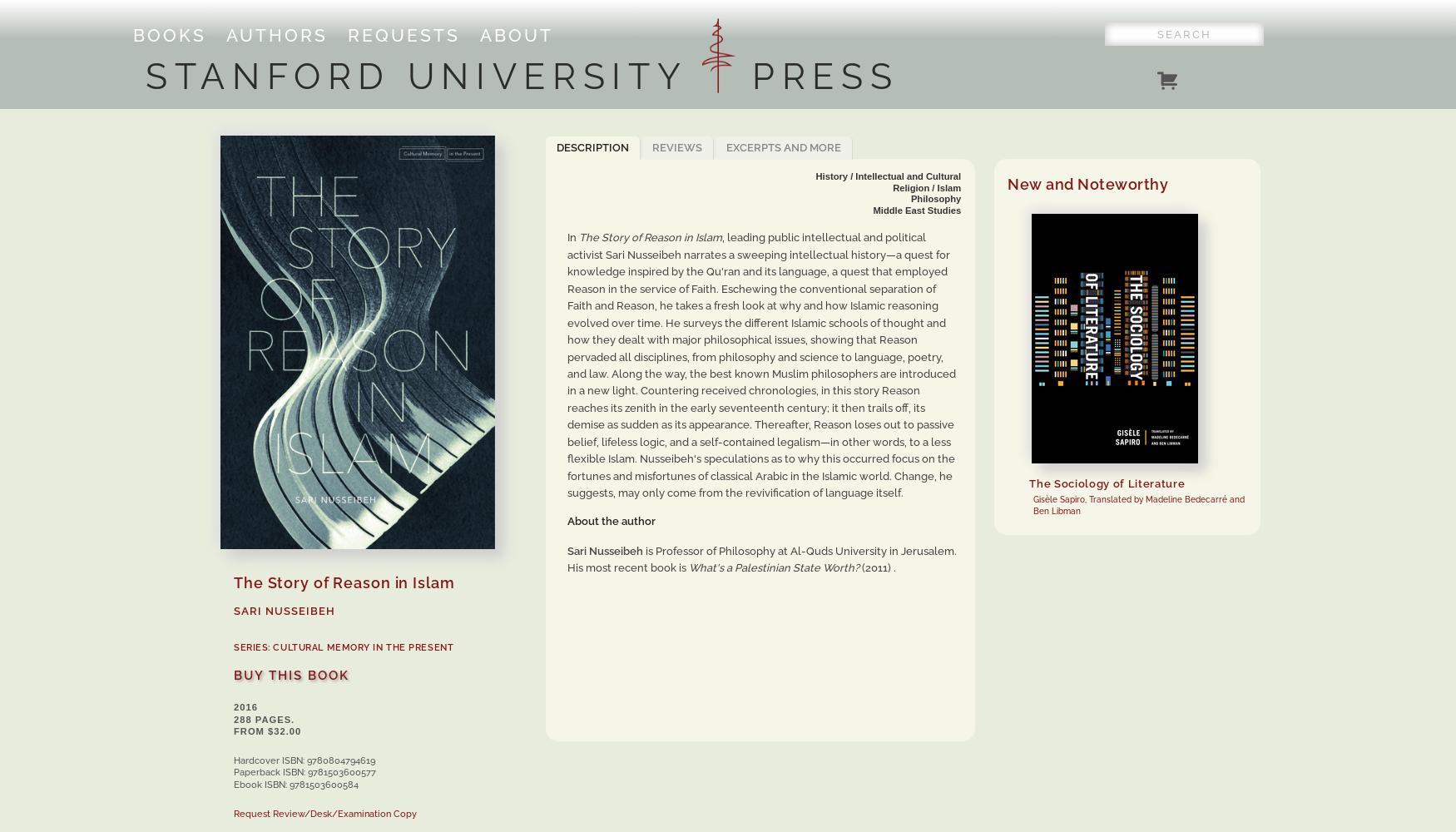  What do you see at coordinates (916, 210) in the screenshot?
I see `'Middle East Studies'` at bounding box center [916, 210].